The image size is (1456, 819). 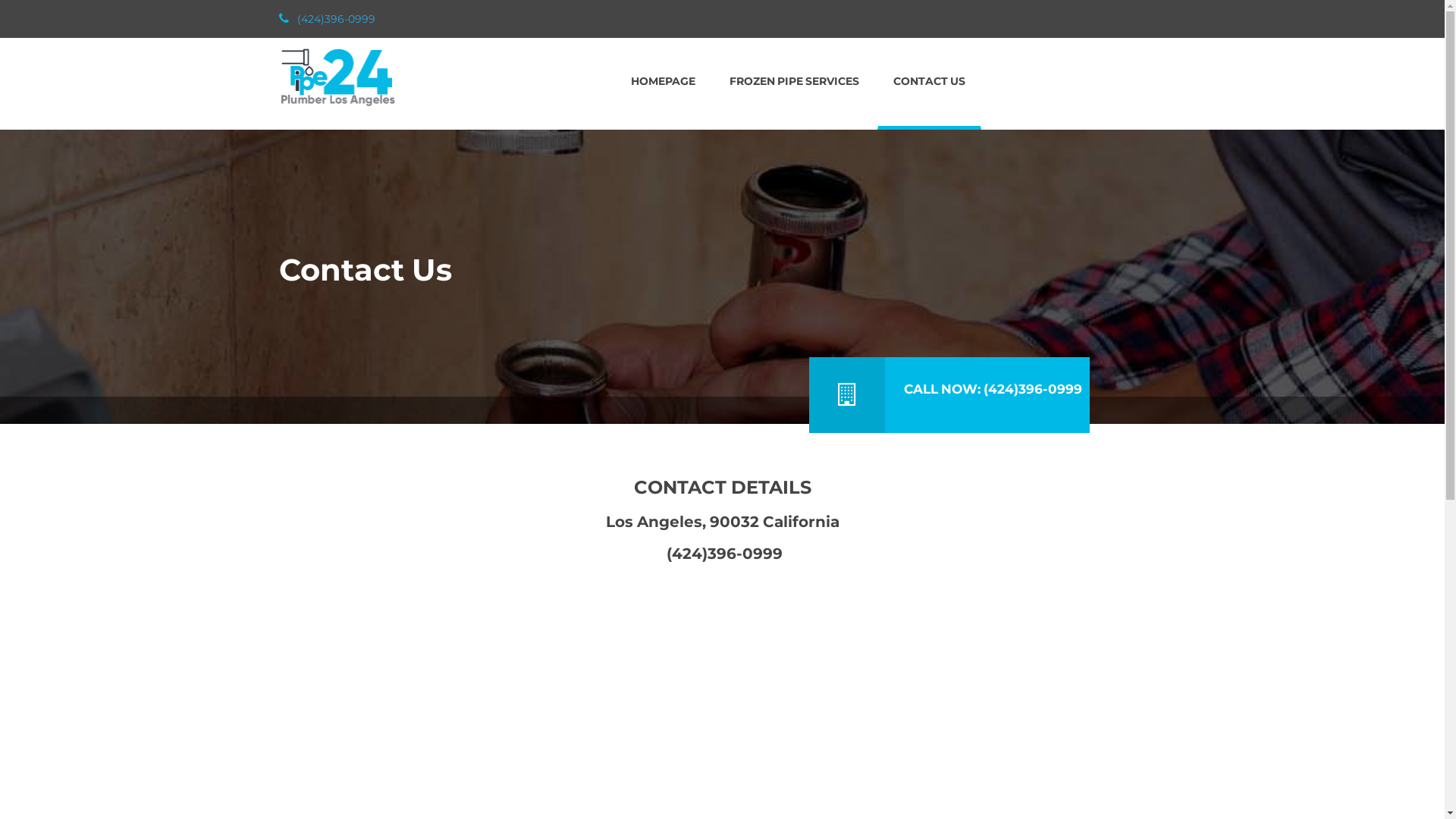 What do you see at coordinates (663, 82) in the screenshot?
I see `'HOMEPAGE'` at bounding box center [663, 82].